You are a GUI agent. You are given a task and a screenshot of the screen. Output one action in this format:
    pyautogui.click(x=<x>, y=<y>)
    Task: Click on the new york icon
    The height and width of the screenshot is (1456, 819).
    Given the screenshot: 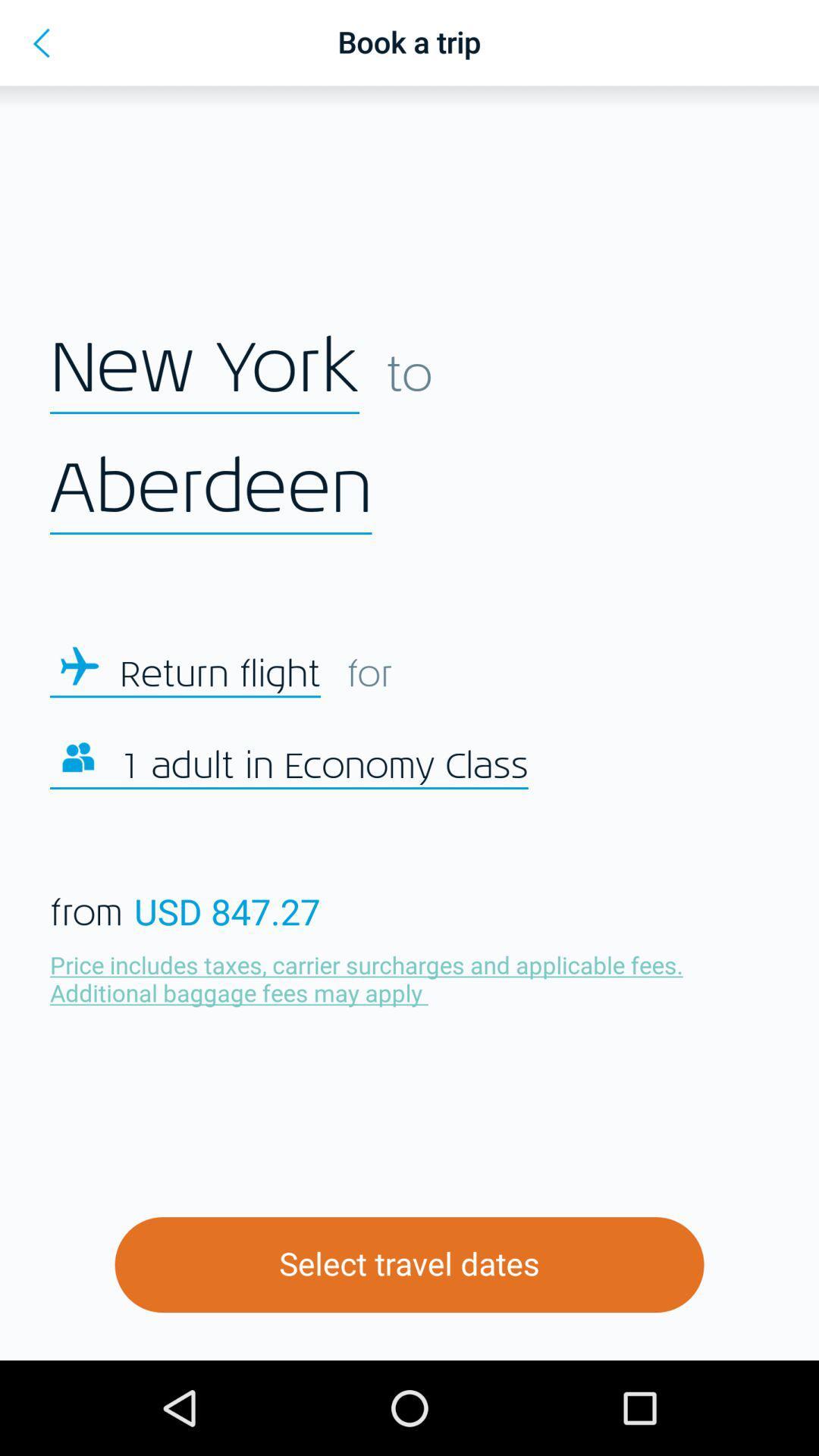 What is the action you would take?
    pyautogui.click(x=205, y=369)
    